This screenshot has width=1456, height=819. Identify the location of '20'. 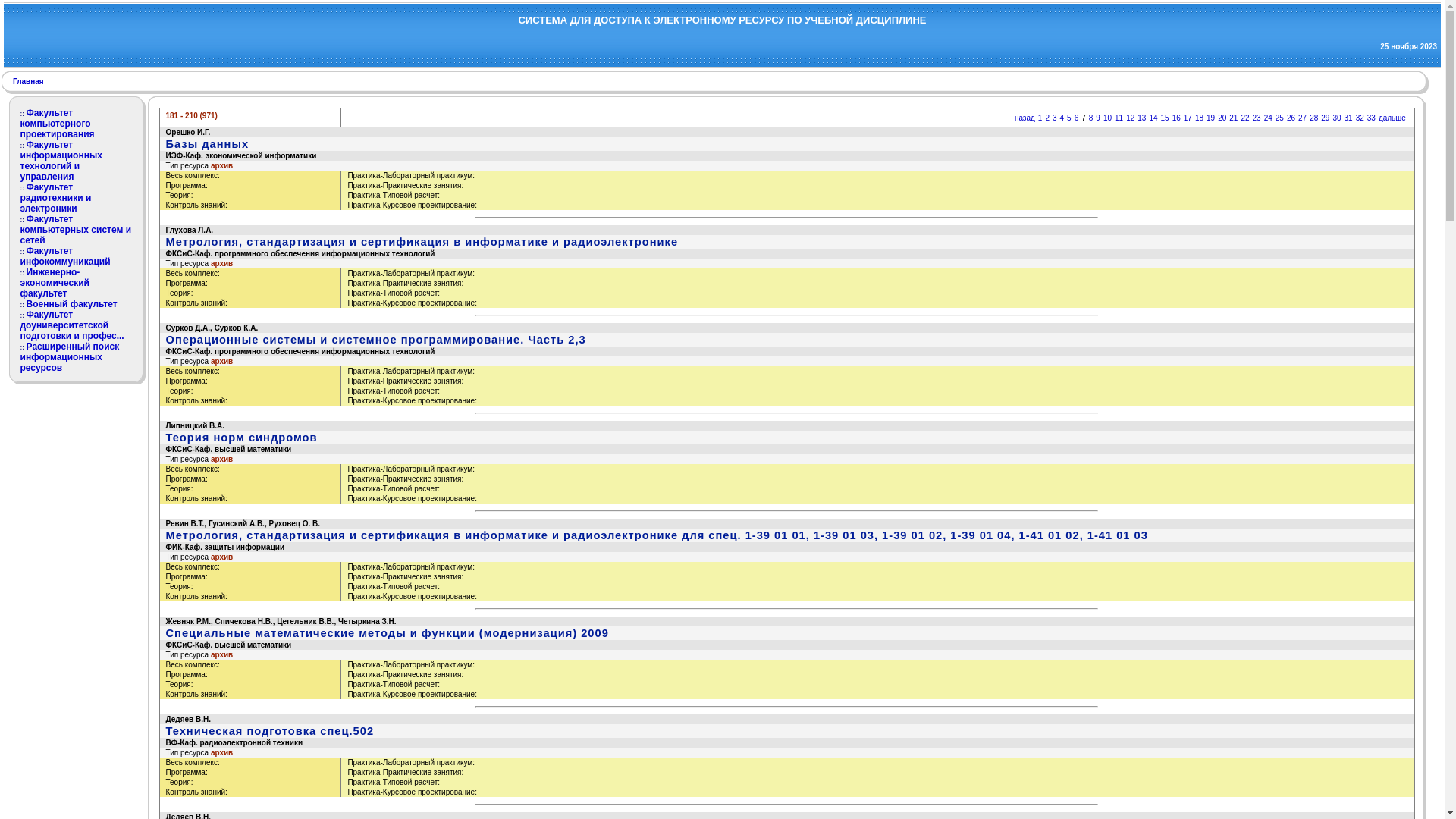
(1218, 117).